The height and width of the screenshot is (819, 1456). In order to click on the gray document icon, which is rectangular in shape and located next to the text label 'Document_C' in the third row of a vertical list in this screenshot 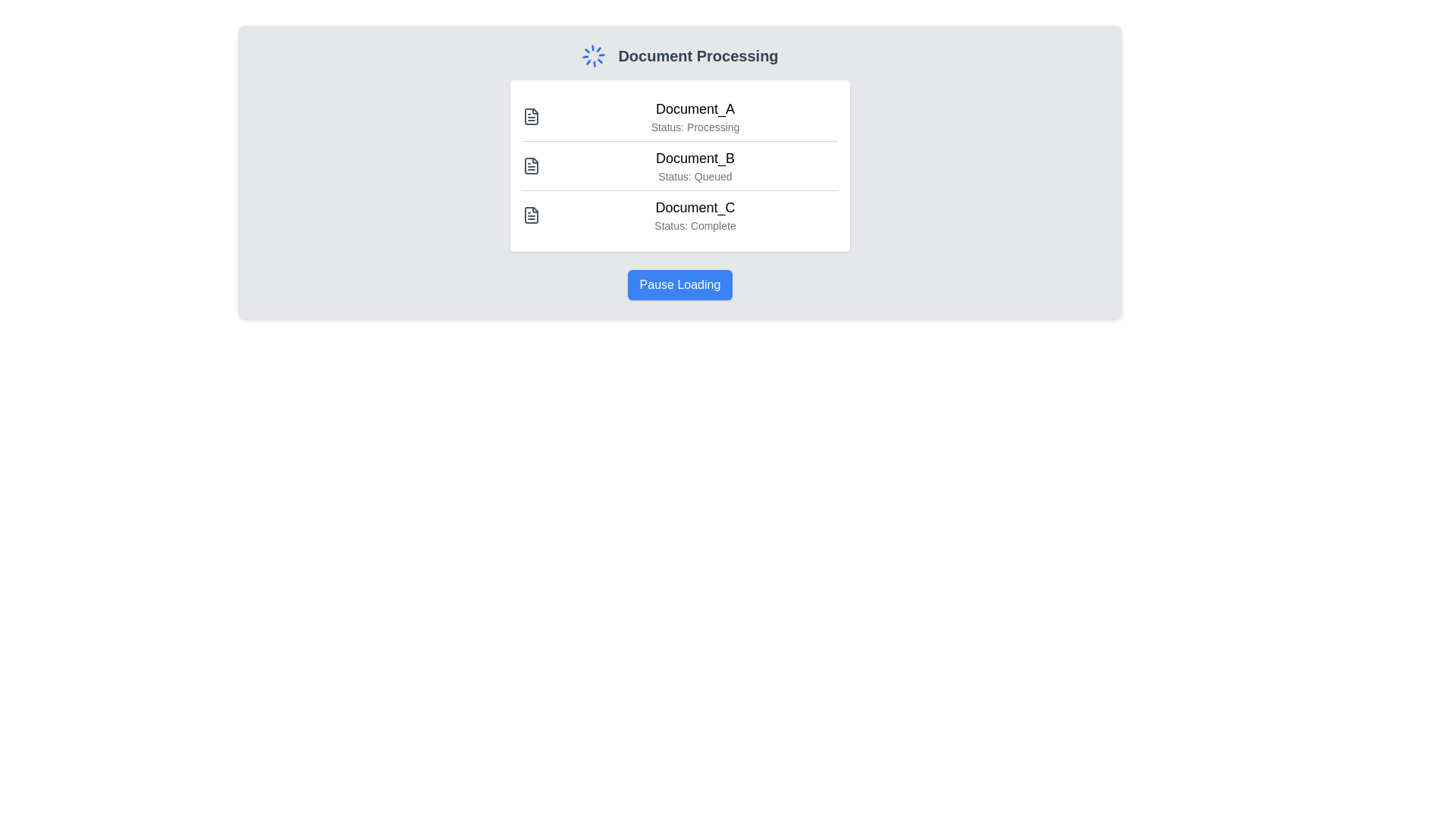, I will do `click(531, 215)`.